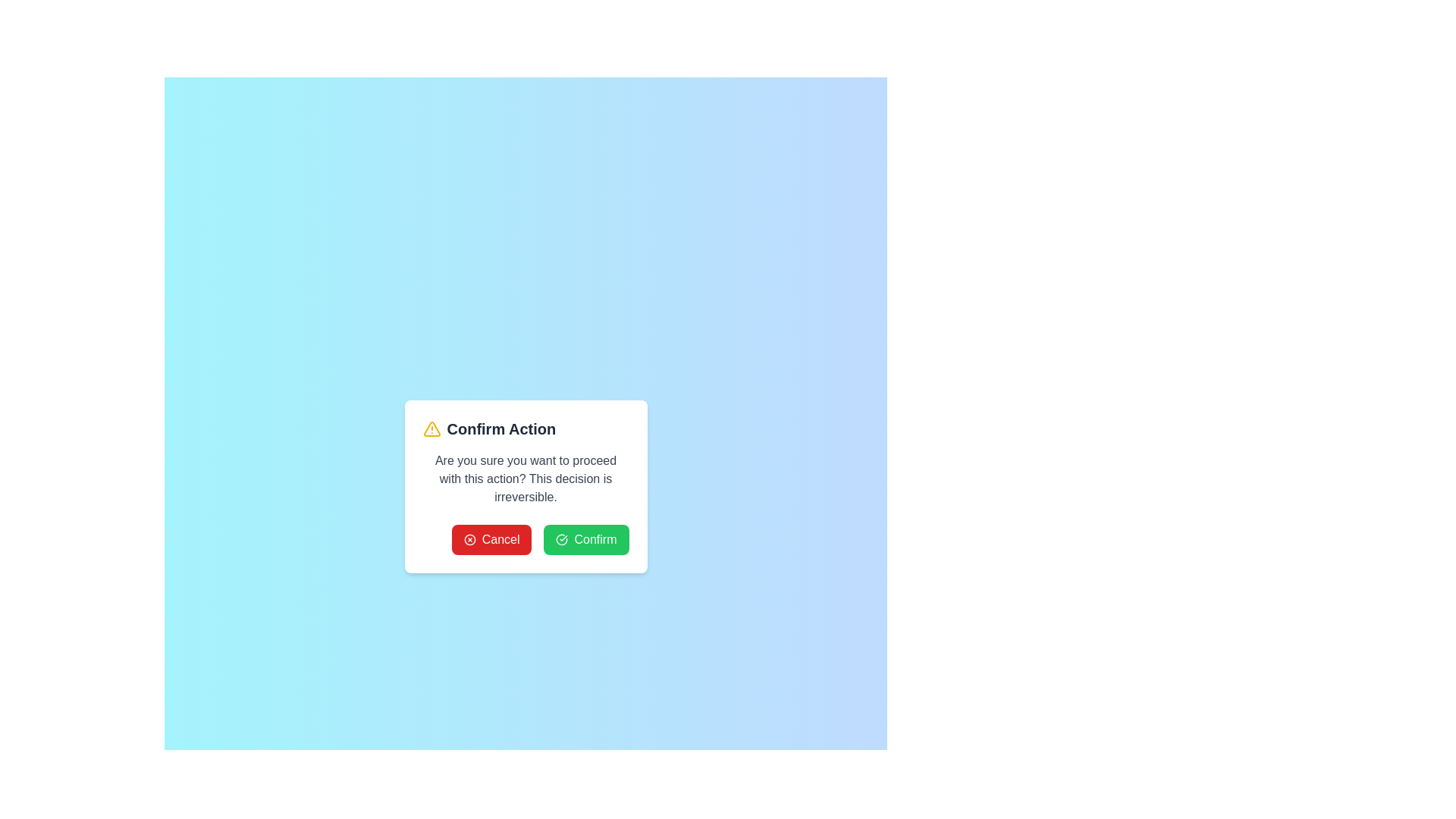 This screenshot has height=819, width=1456. Describe the element at coordinates (501, 429) in the screenshot. I see `the 'Confirm Action' text label, which is styled in bold as 'text-xl' and colored dark gray, located next to a yellow triangular warning icon in a confirmation dialog box` at that location.